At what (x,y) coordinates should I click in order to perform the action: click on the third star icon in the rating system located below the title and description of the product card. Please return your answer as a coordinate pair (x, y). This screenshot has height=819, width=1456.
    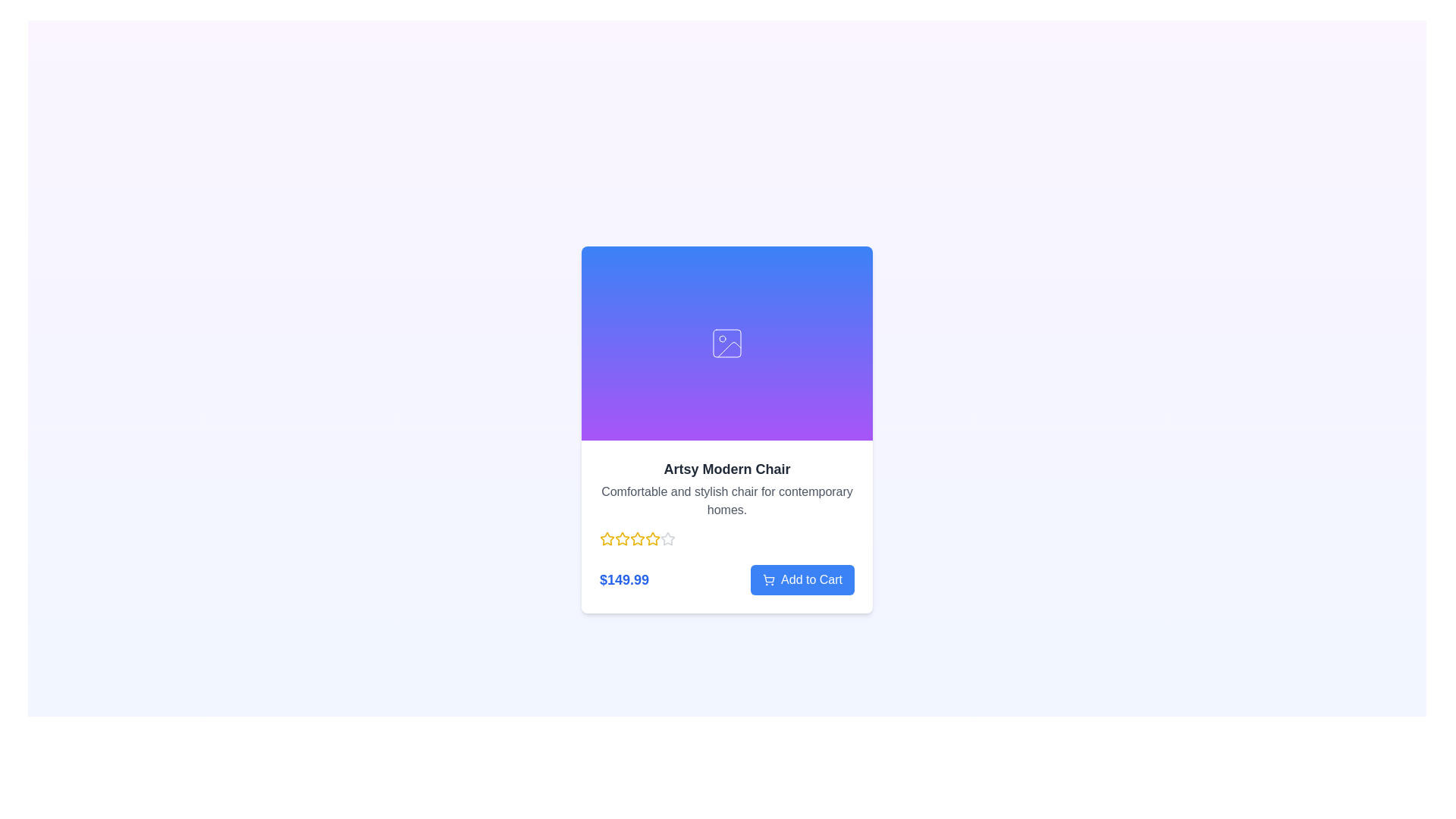
    Looking at the image, I should click on (637, 538).